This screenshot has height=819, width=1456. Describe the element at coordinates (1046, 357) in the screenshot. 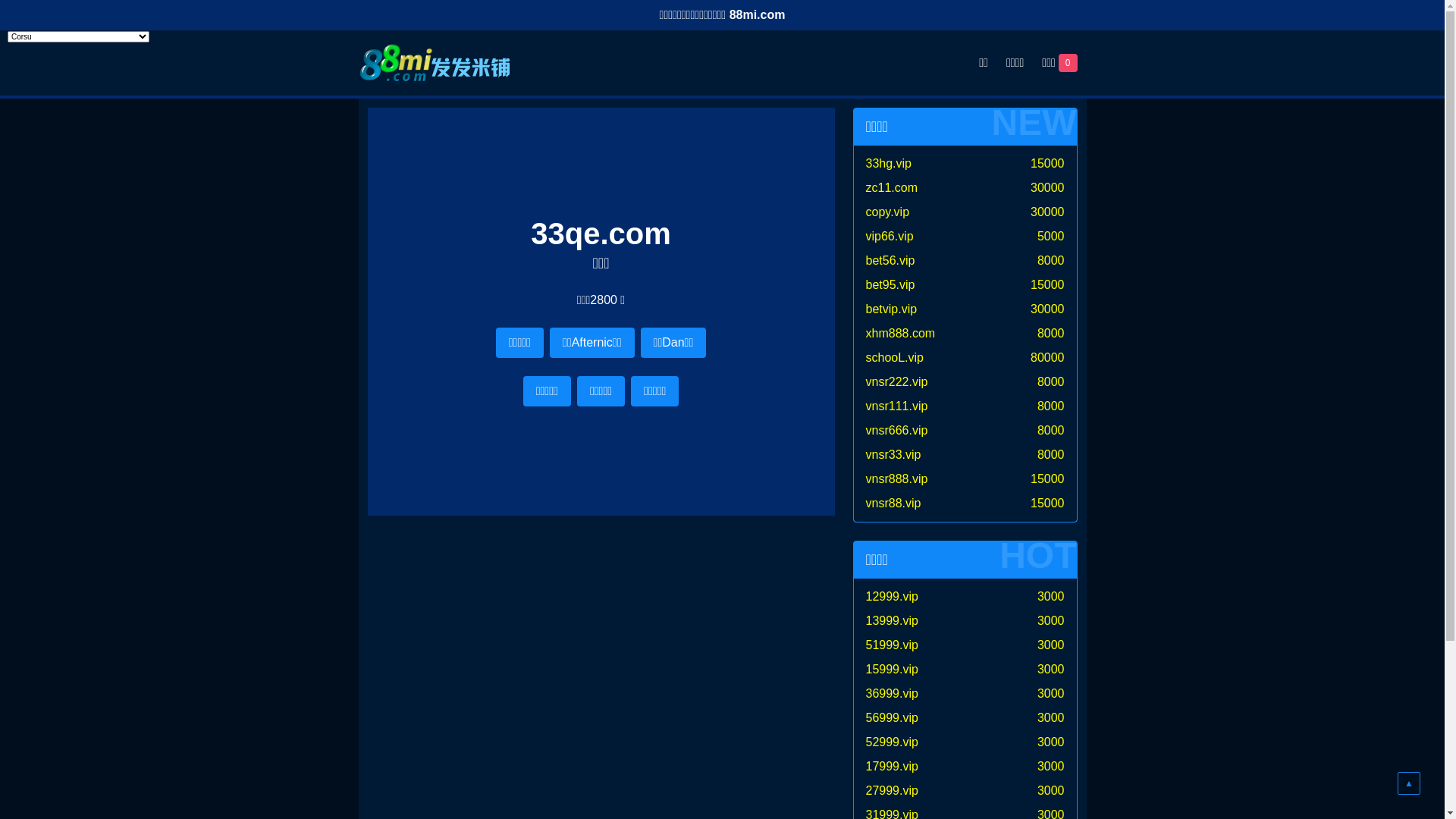

I see `'80000'` at that location.